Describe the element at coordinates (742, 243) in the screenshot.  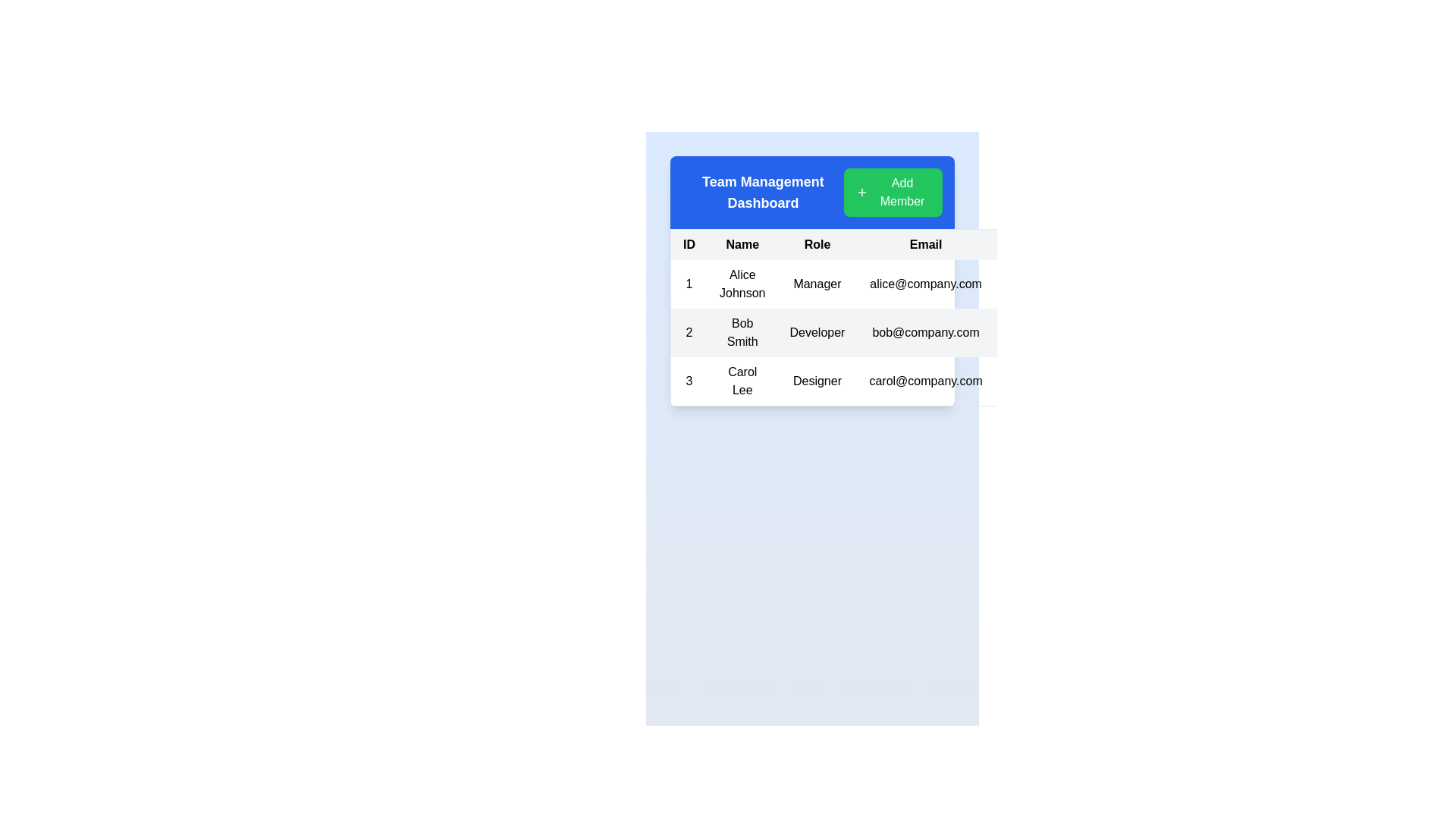
I see `the 'Name' column header in the table, which is a static text label indicating the corresponding column contains names` at that location.